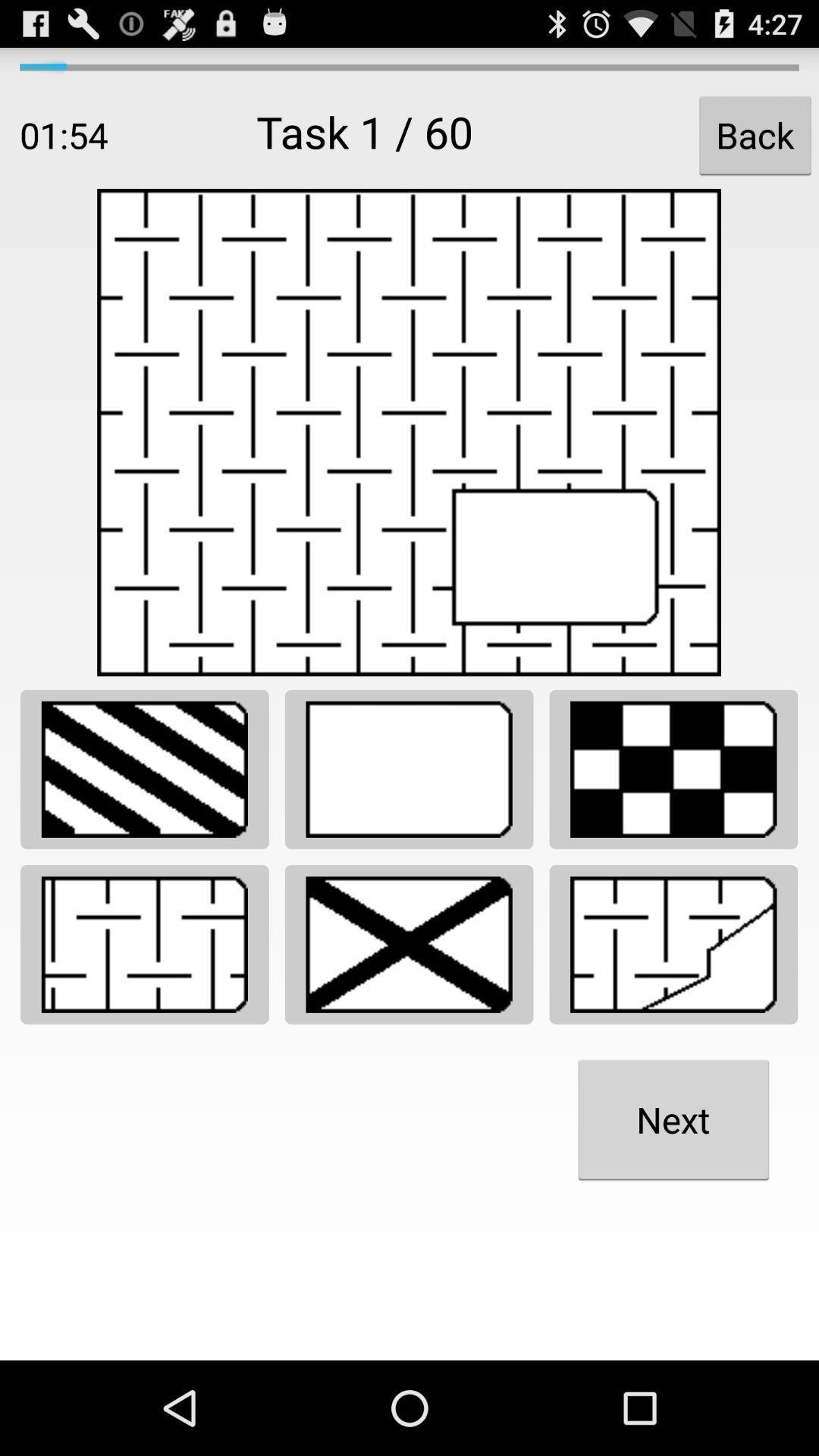  I want to click on layout change, so click(673, 769).